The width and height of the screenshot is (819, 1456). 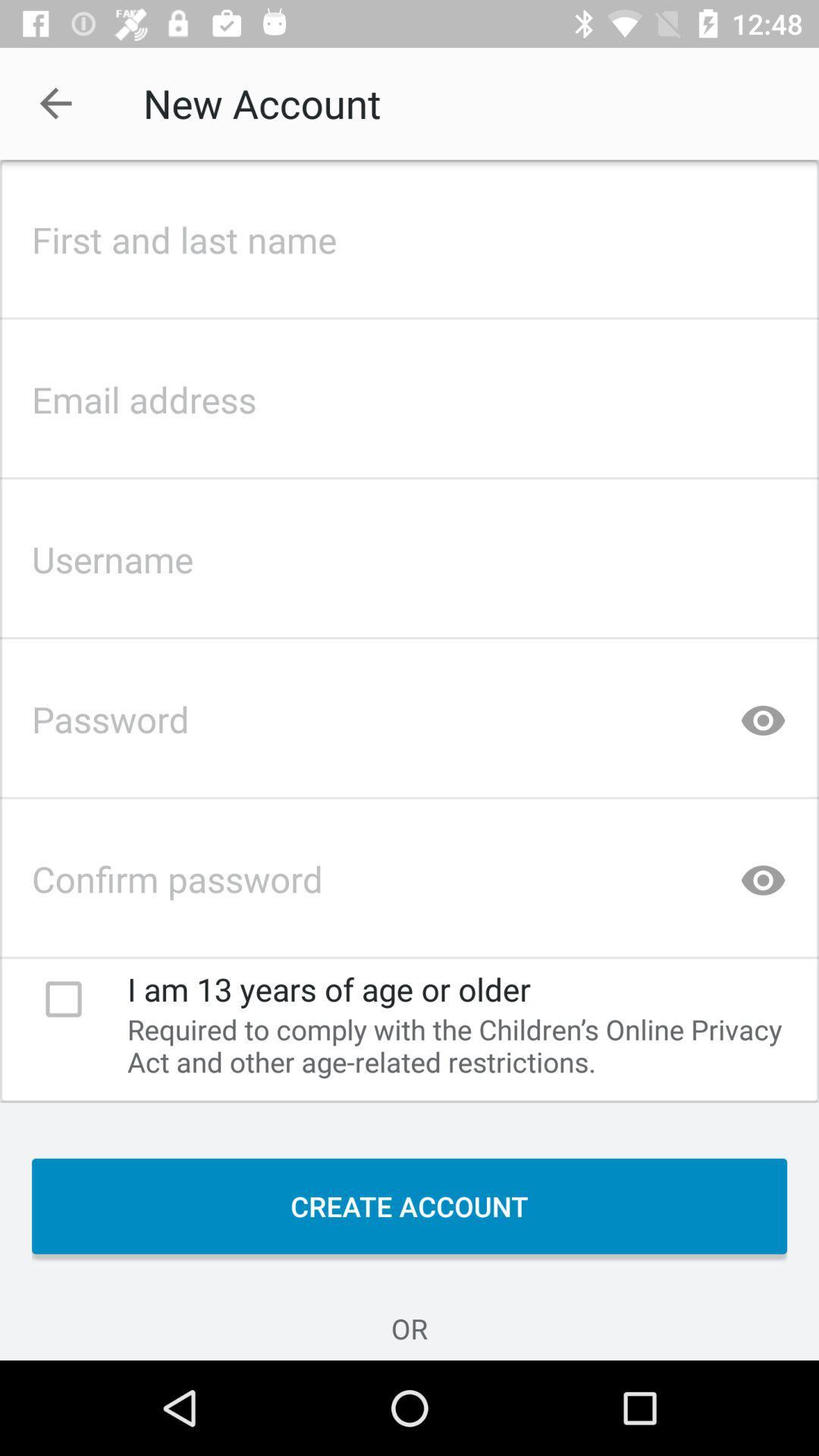 I want to click on plaintext of the password entered, so click(x=763, y=714).